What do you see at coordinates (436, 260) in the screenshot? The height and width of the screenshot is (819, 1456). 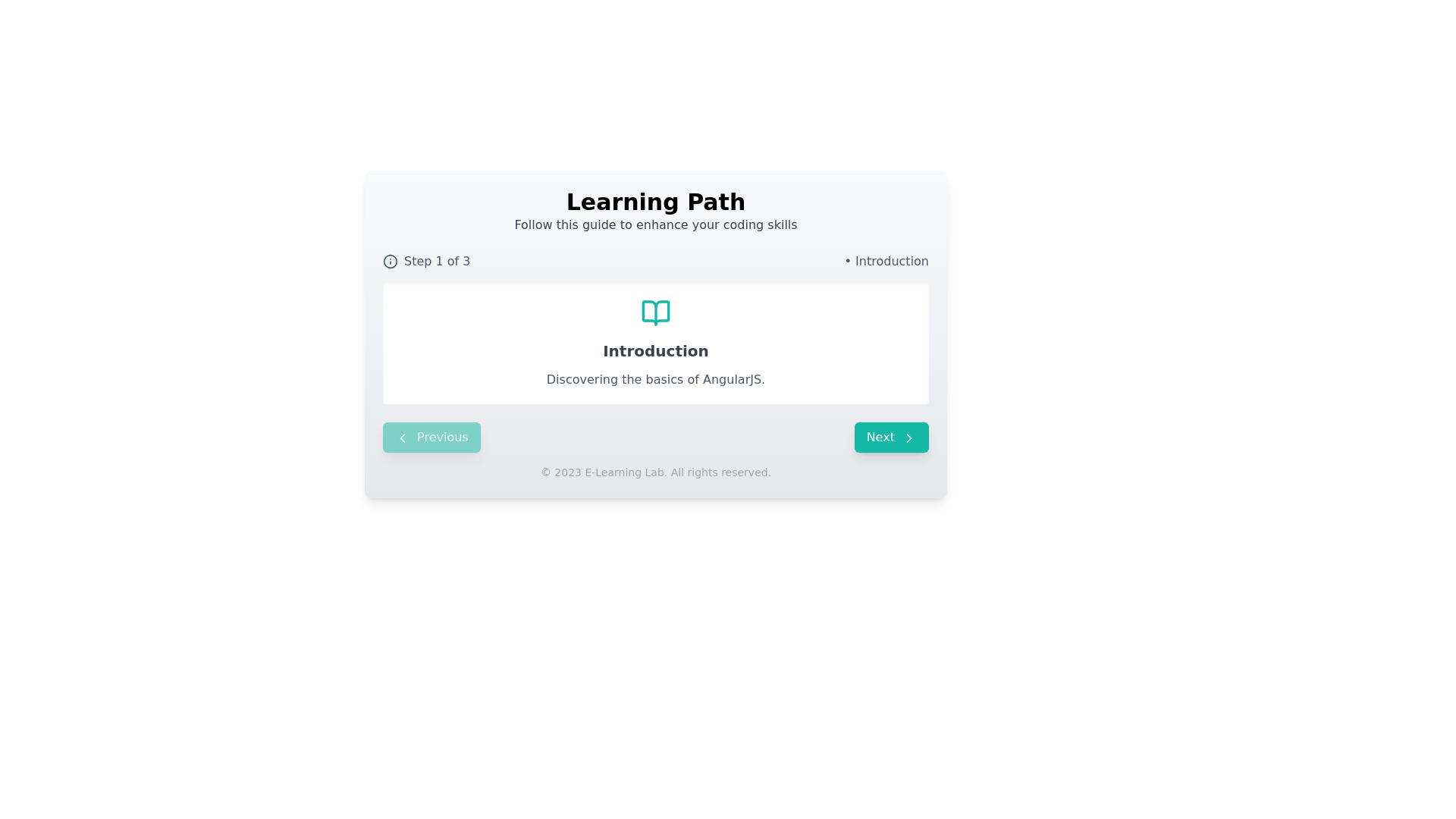 I see `the Text label that displays the current step '1' out of '3' in the progress indicator, located to the right of an information icon` at bounding box center [436, 260].